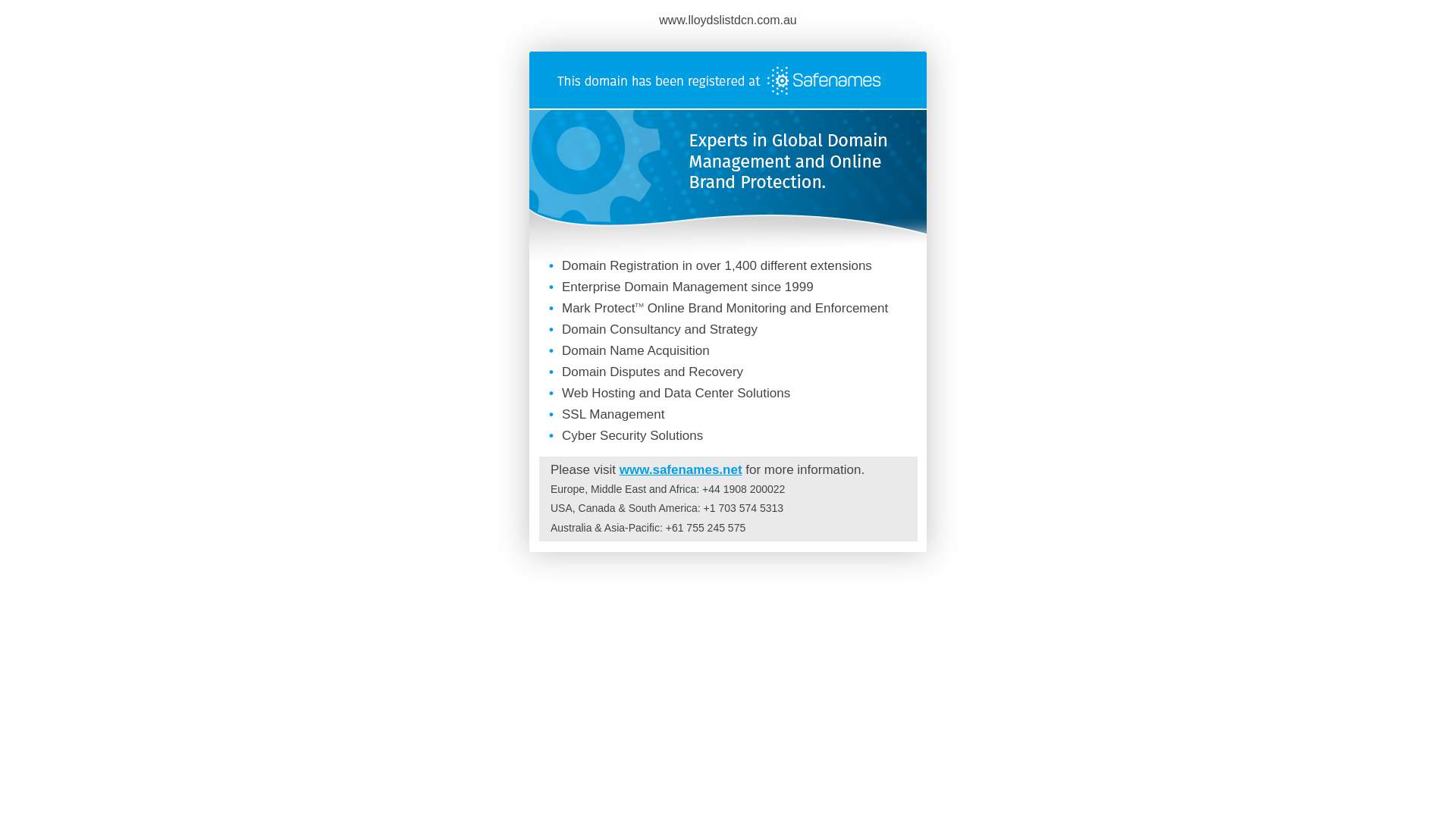  Describe the element at coordinates (679, 469) in the screenshot. I see `'www.safenames.net'` at that location.